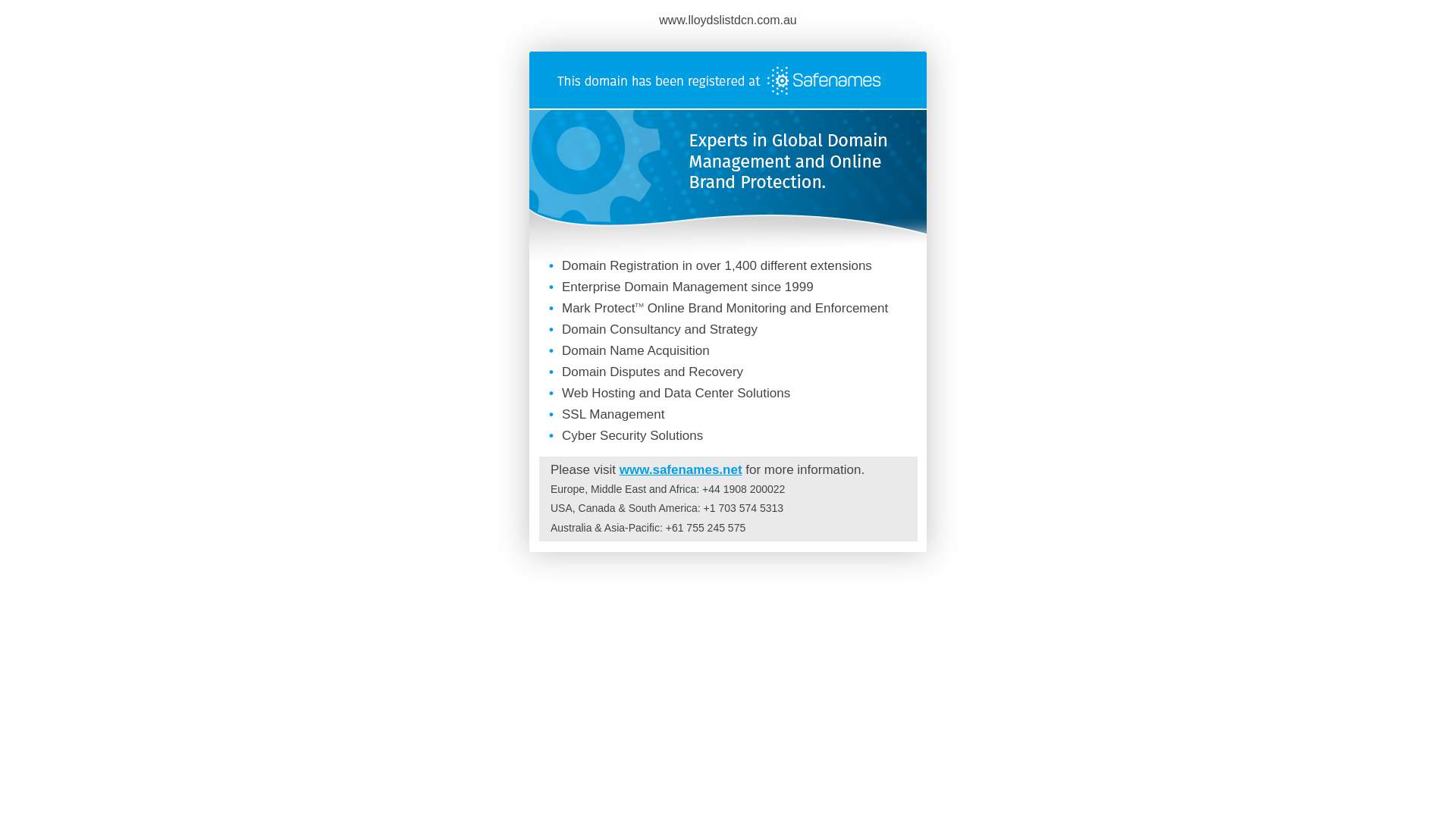  Describe the element at coordinates (679, 469) in the screenshot. I see `'www.safenames.net'` at that location.